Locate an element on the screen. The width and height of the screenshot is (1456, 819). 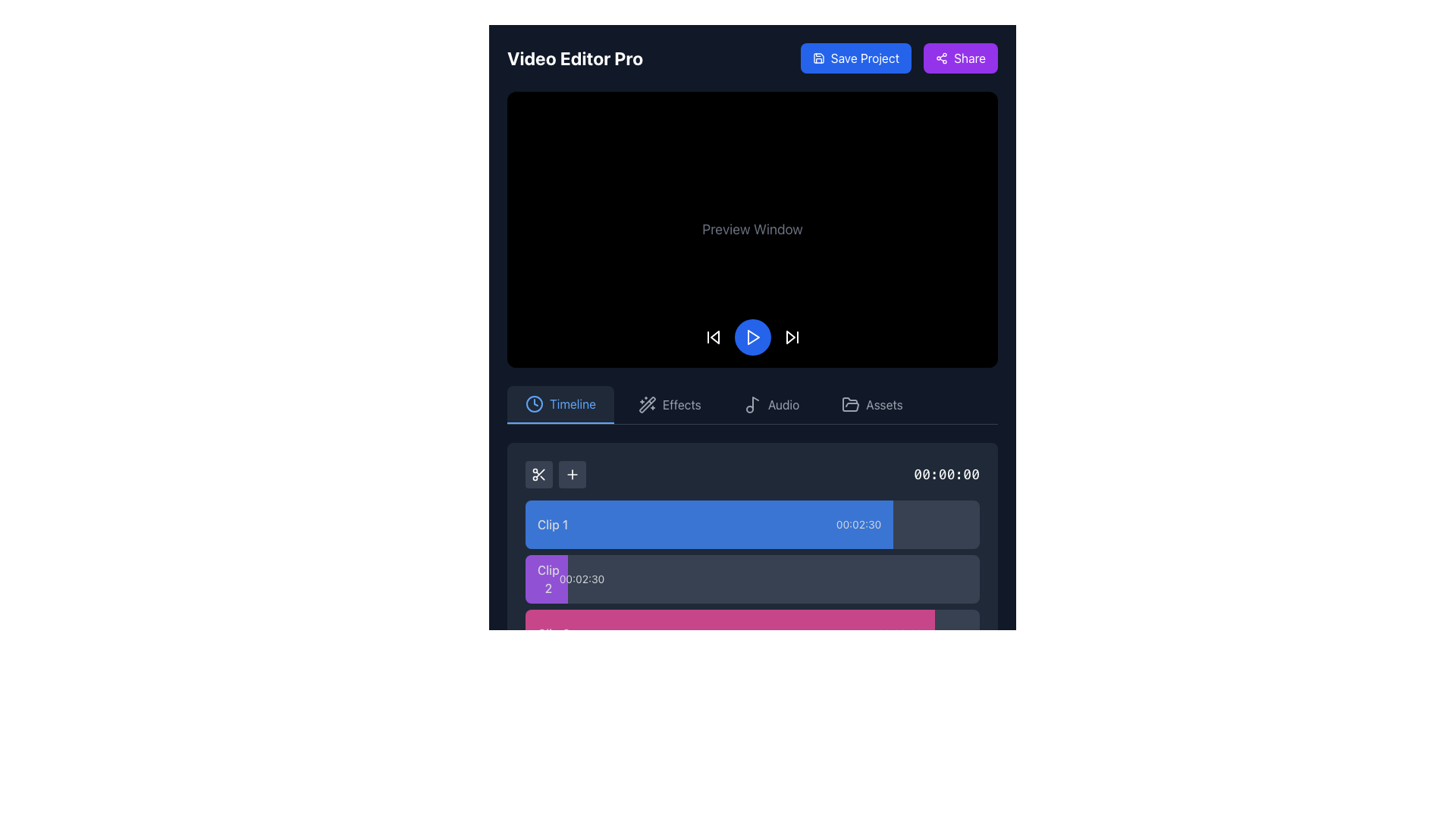
the visual progress of the timeline clip represented by the progress bar, which is the first entry in the list of clip elements in the video editing interface is located at coordinates (752, 523).